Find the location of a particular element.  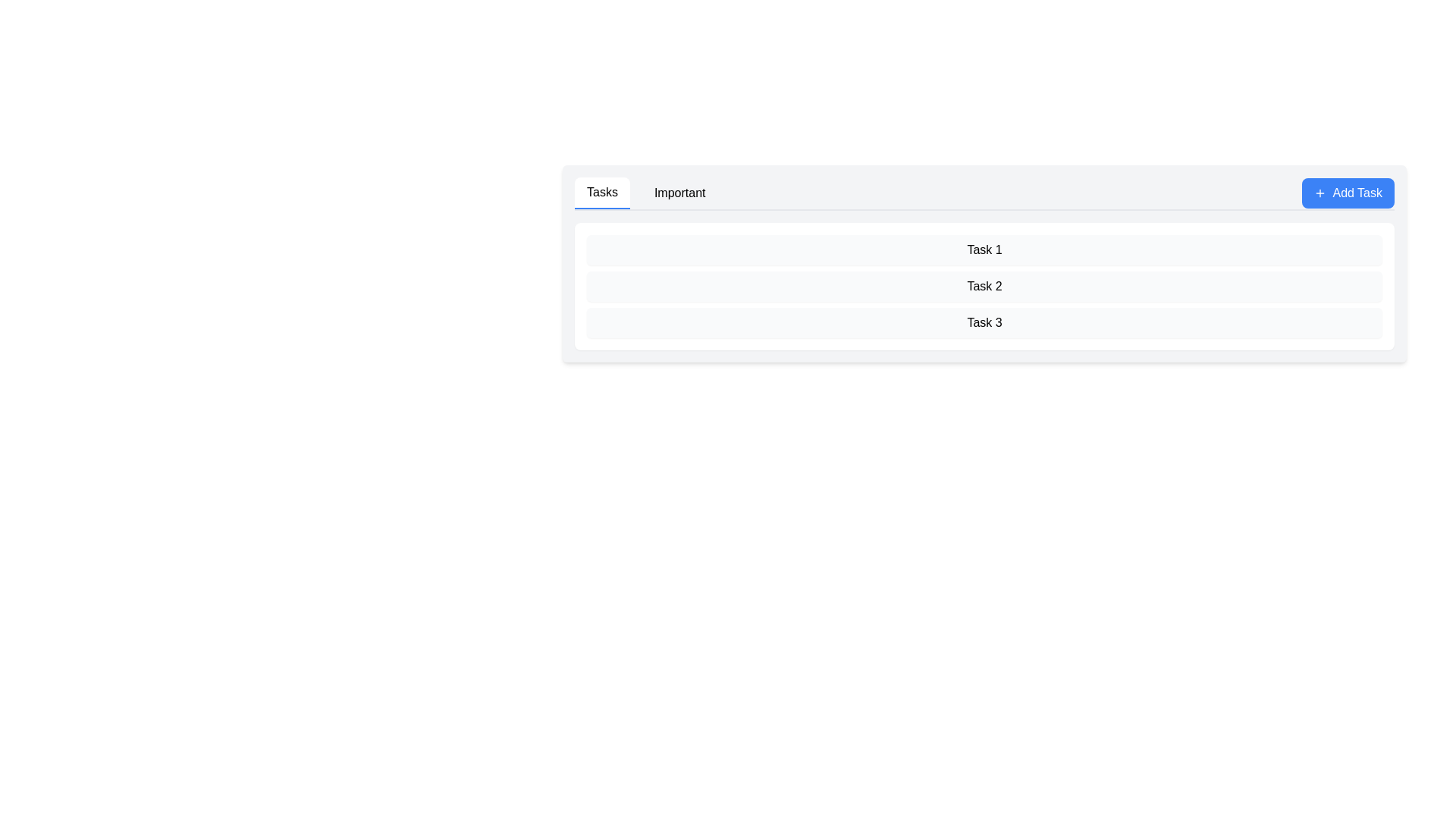

the 'Important' tab on the navigation control to switch to its corresponding section is located at coordinates (646, 192).